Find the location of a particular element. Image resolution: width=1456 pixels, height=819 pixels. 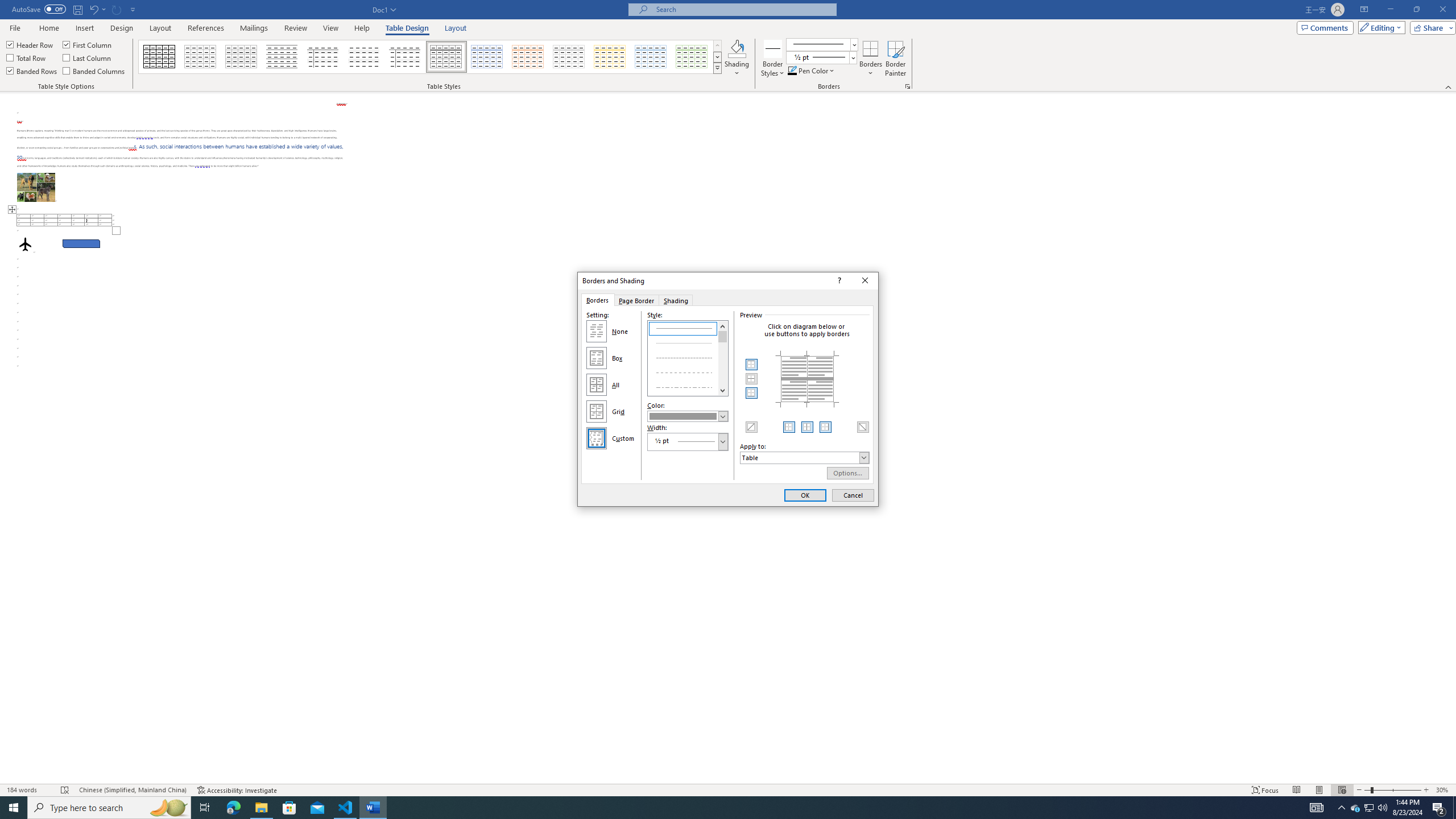

'Restore Down' is located at coordinates (1416, 9).